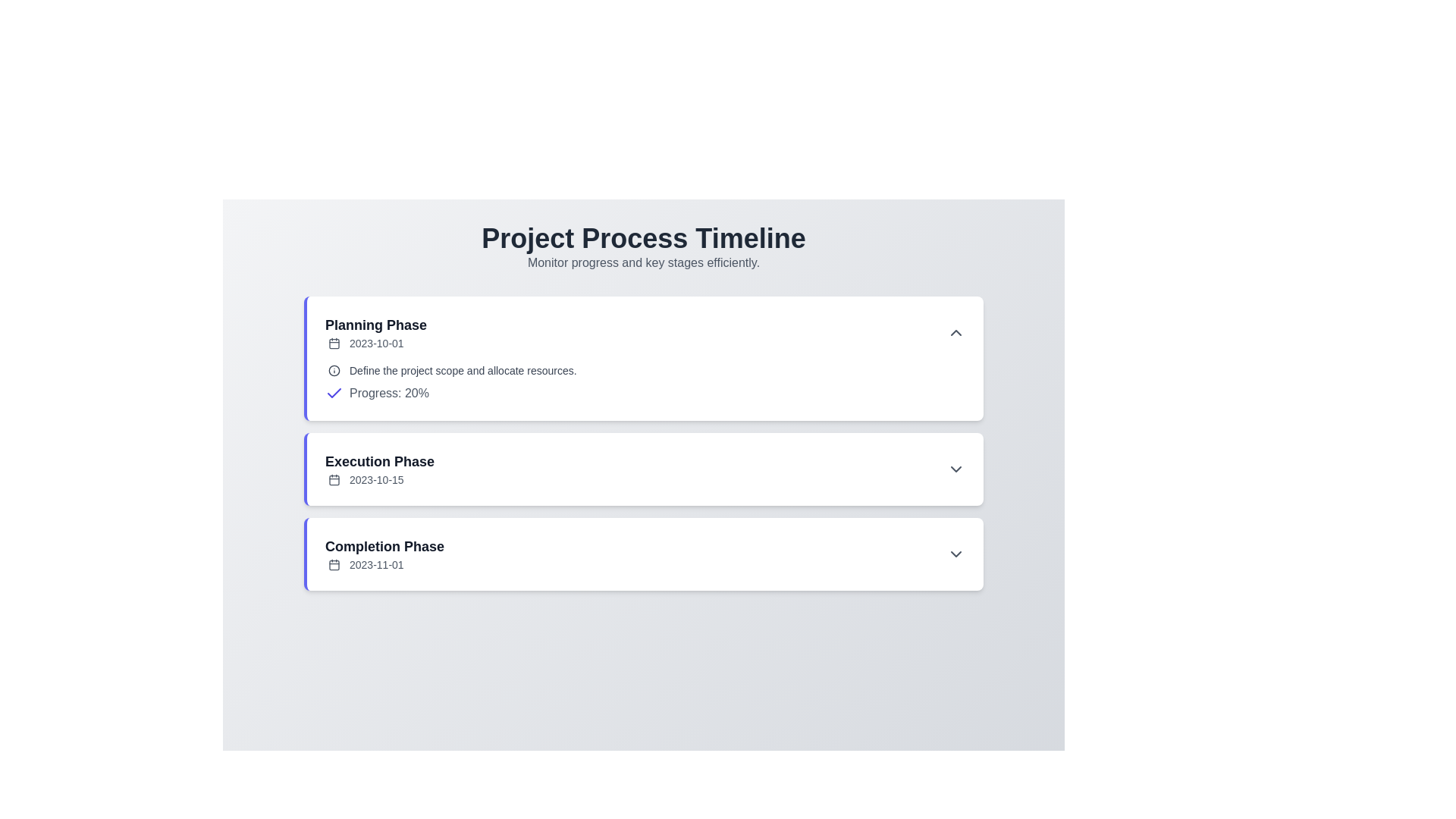 The width and height of the screenshot is (1456, 819). Describe the element at coordinates (644, 554) in the screenshot. I see `the collapsible information box containing 'Completion Phase' and '2023-11-01'` at that location.